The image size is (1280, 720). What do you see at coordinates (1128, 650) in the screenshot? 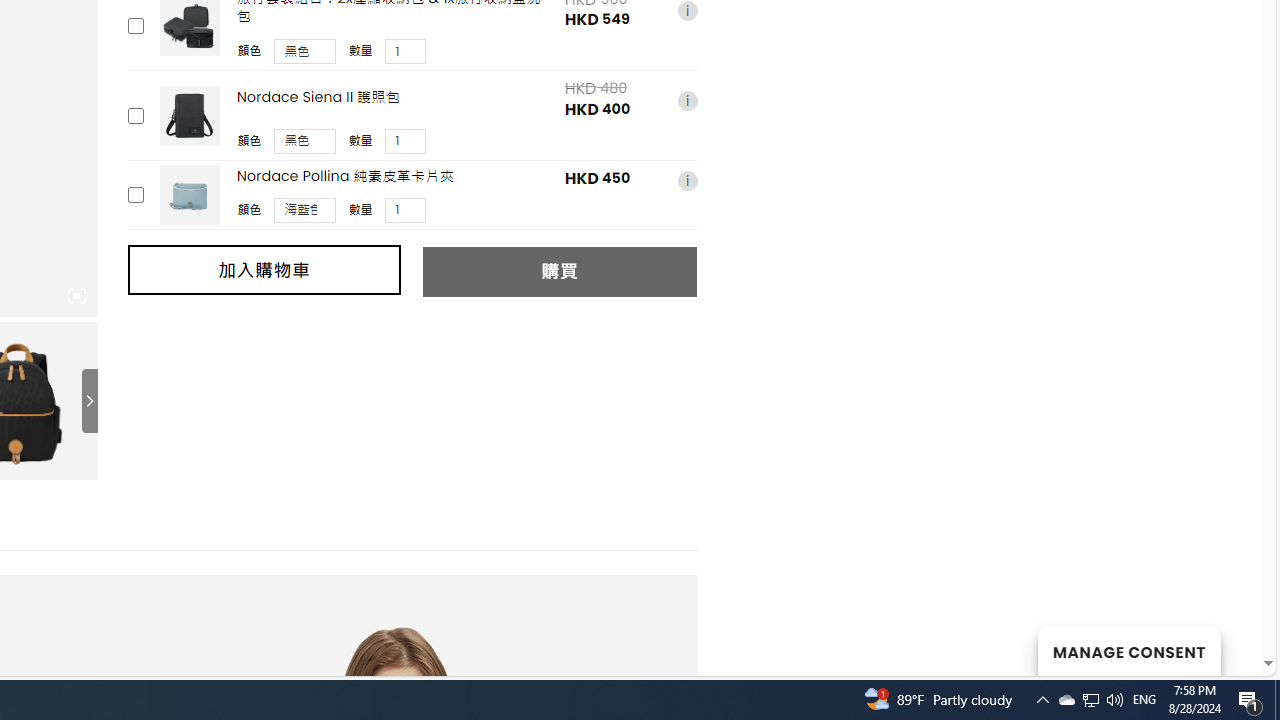
I see `'MANAGE CONSENT'` at bounding box center [1128, 650].